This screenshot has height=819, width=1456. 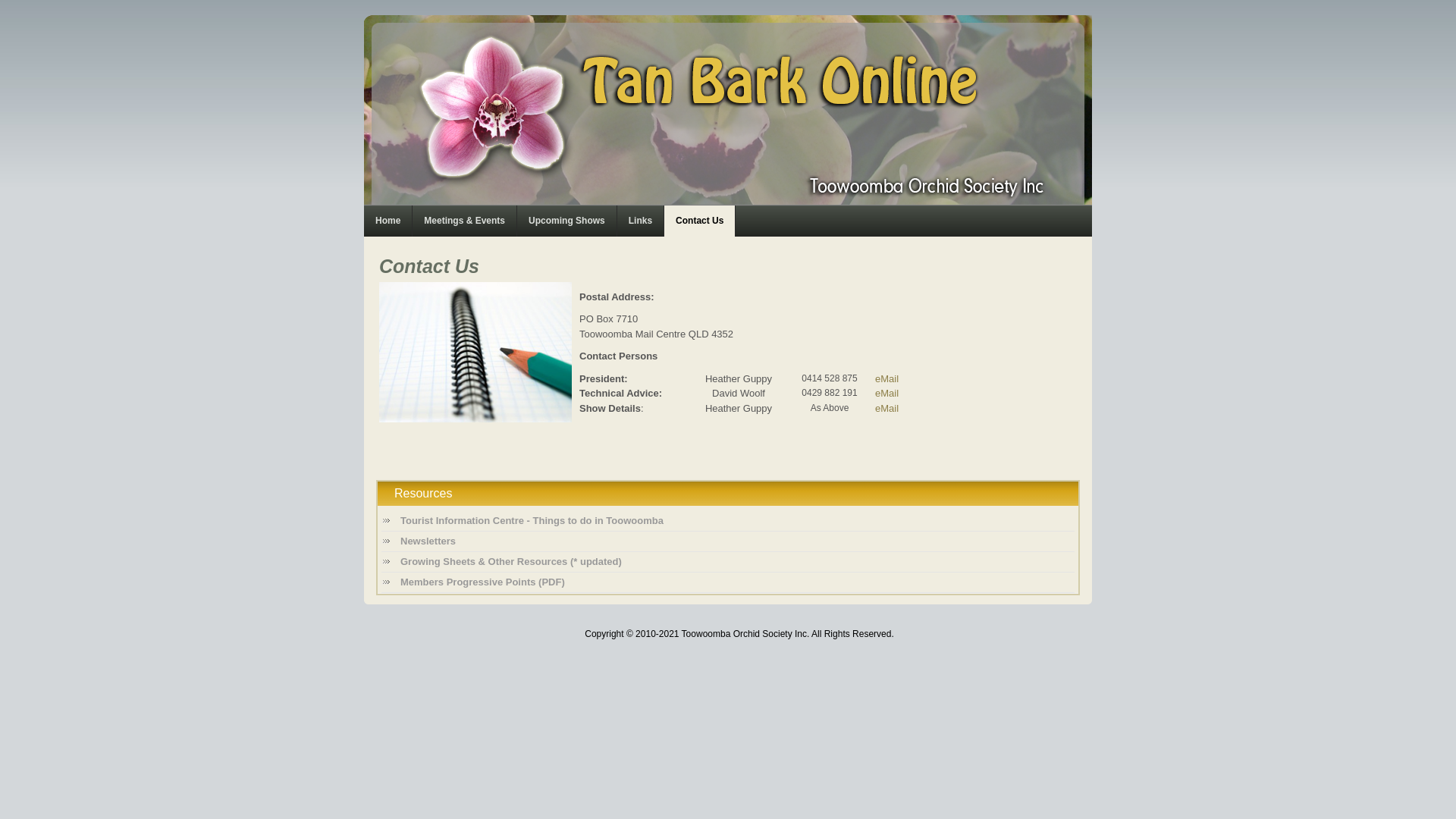 I want to click on 'Home', so click(x=388, y=221).